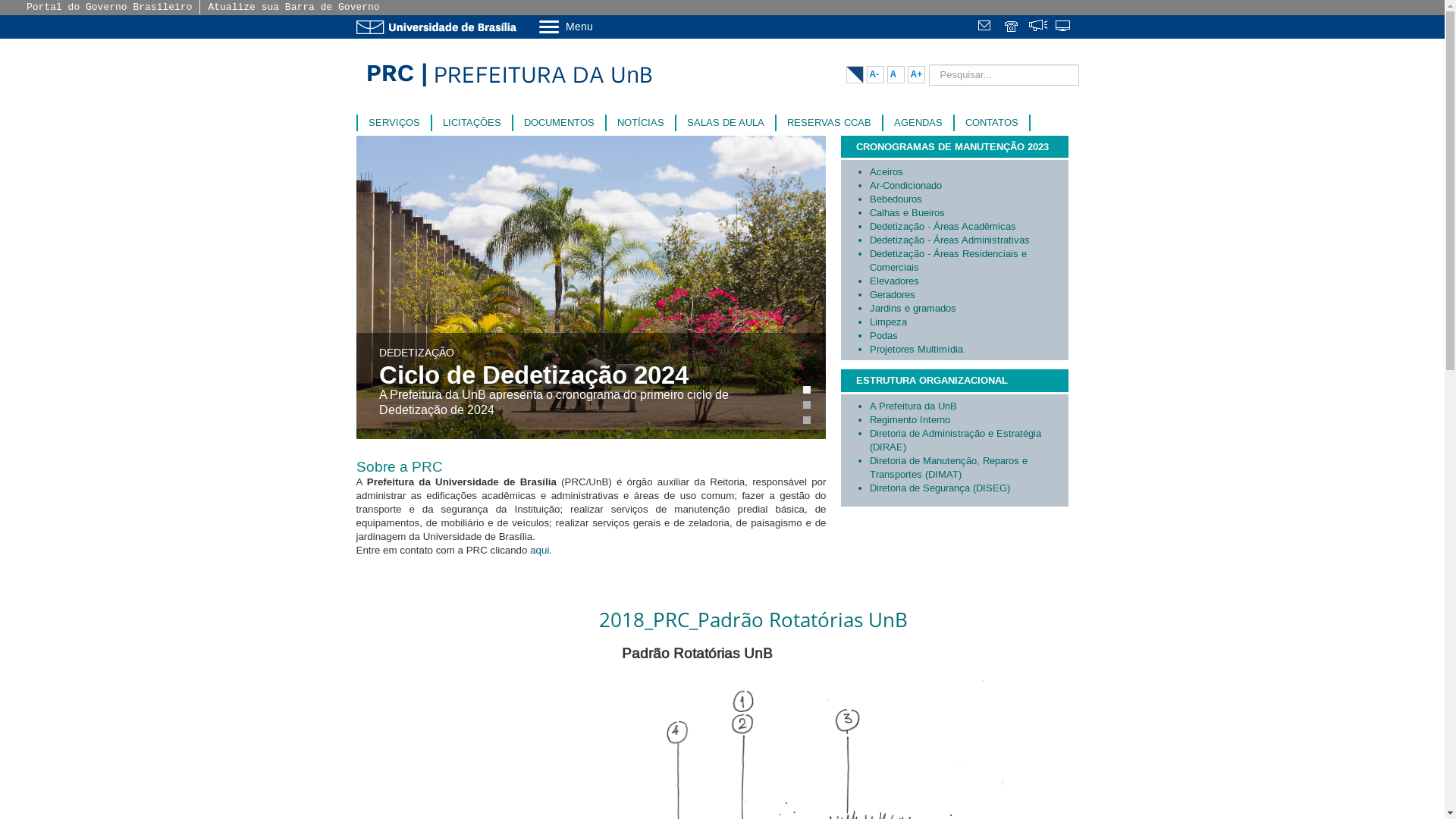  What do you see at coordinates (966, 198) in the screenshot?
I see `'Bebedouros'` at bounding box center [966, 198].